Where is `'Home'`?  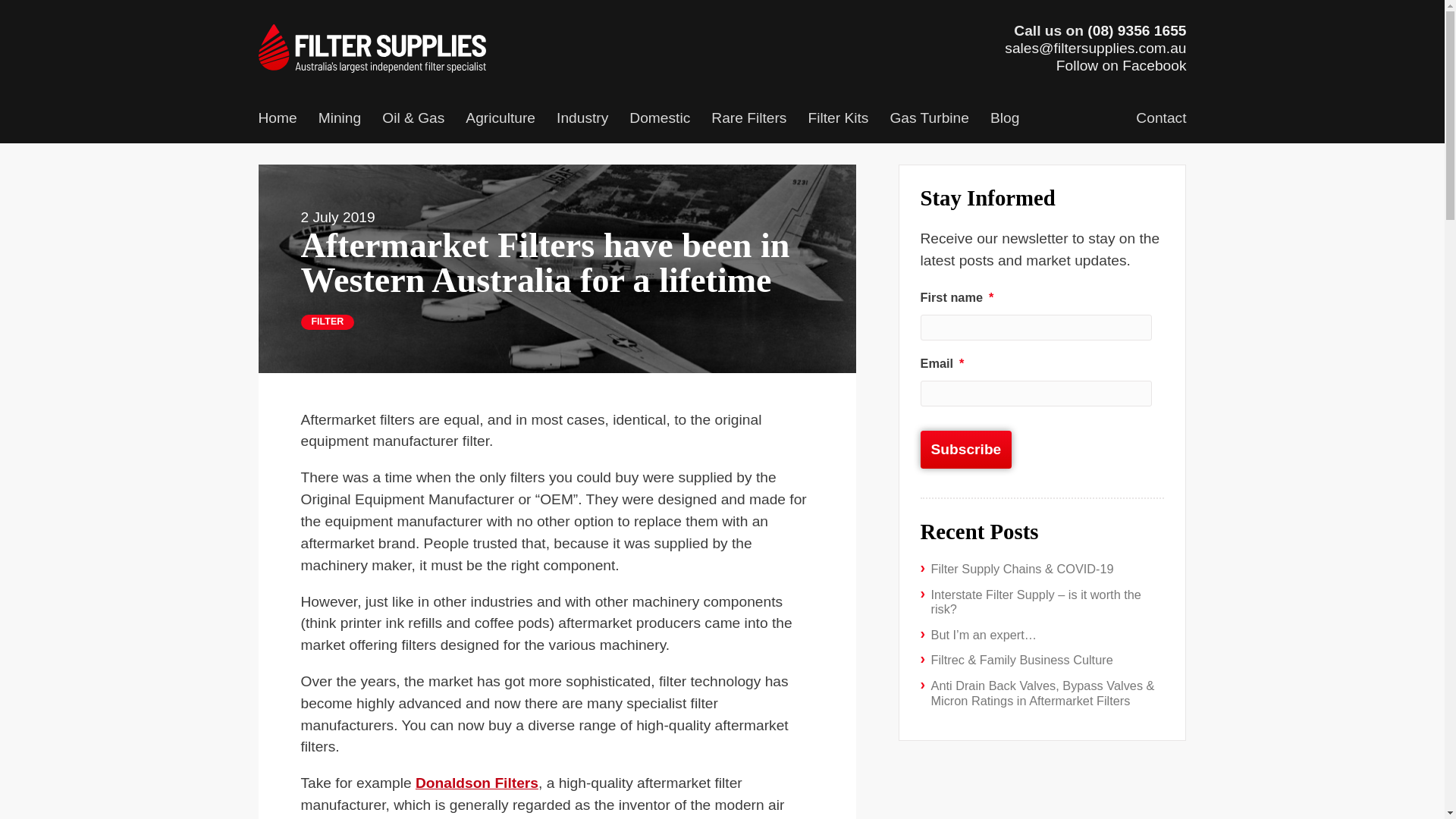
'Home' is located at coordinates (277, 119).